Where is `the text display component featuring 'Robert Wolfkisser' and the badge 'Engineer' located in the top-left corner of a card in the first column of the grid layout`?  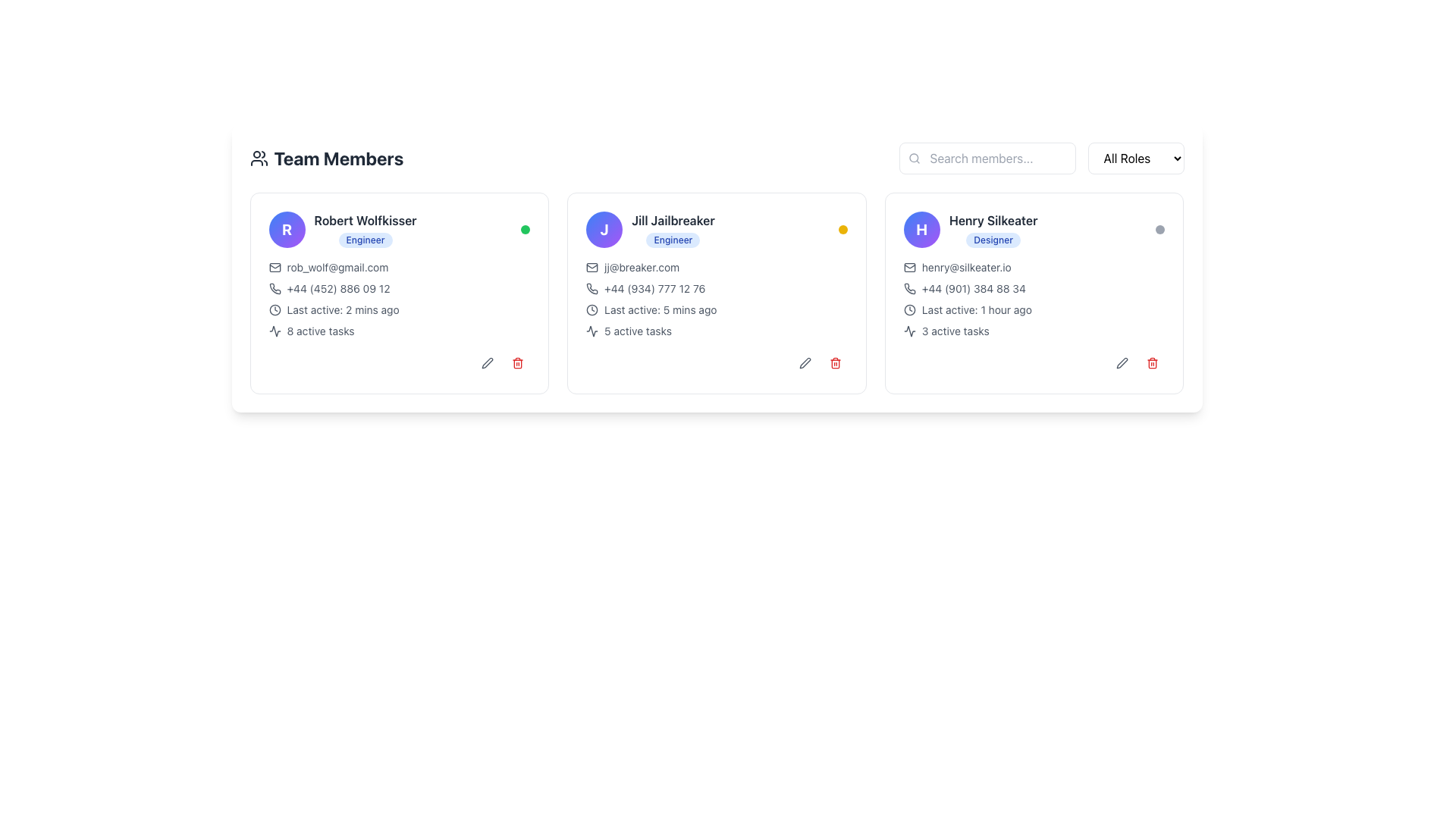
the text display component featuring 'Robert Wolfkisser' and the badge 'Engineer' located in the top-left corner of a card in the first column of the grid layout is located at coordinates (366, 230).